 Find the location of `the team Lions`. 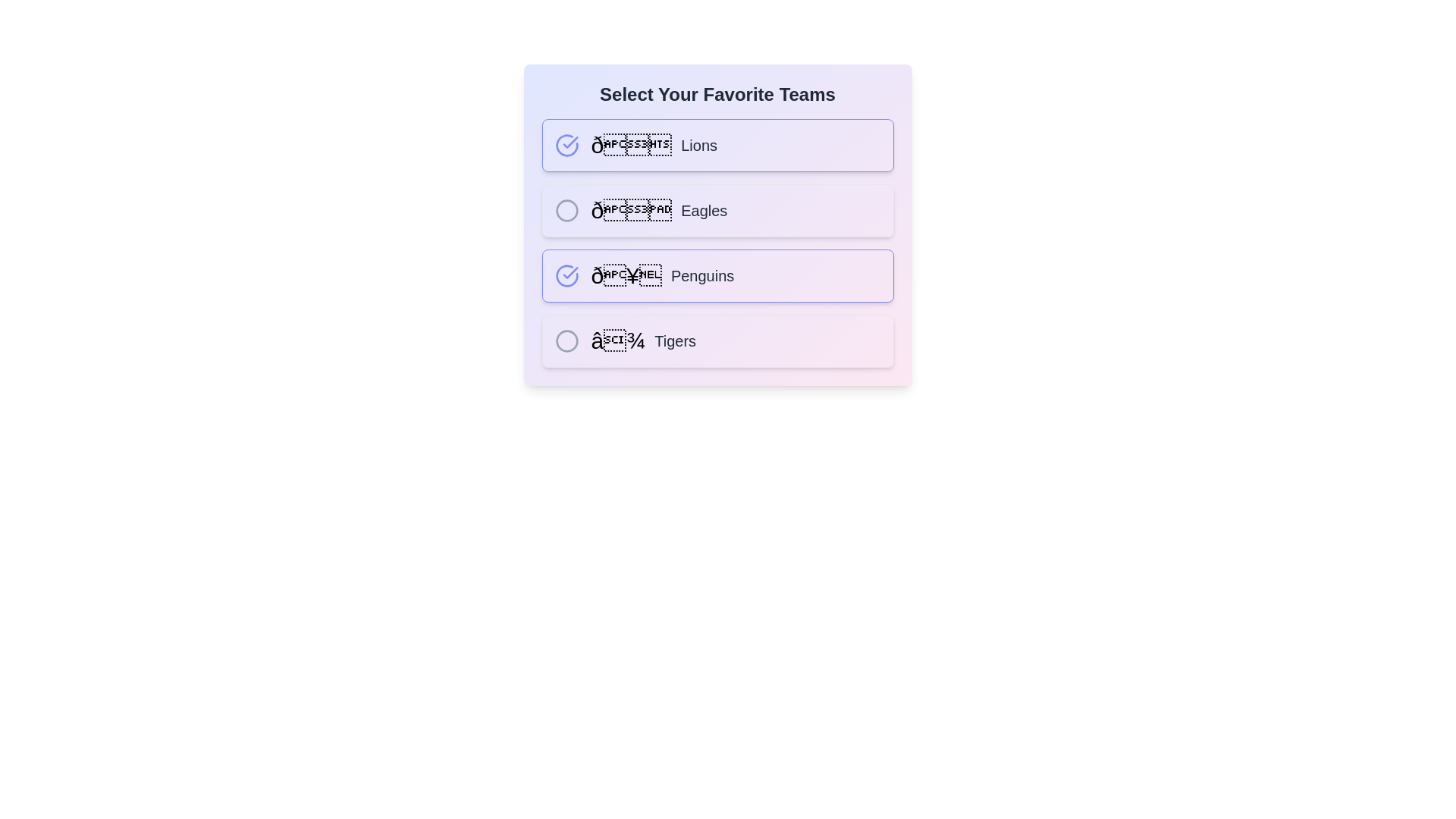

the team Lions is located at coordinates (566, 146).